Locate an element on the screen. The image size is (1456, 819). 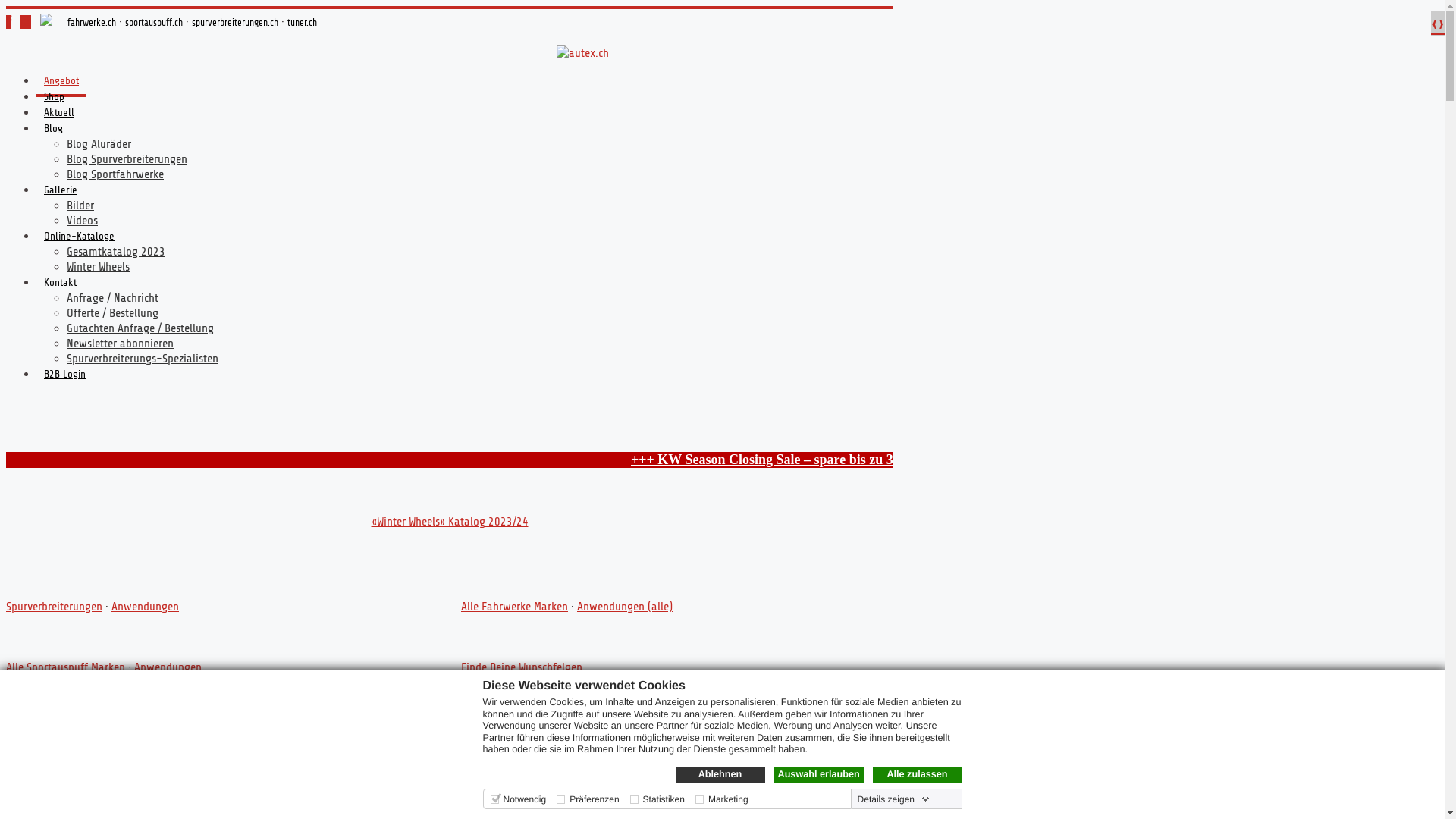
'Alle Fahrwerke Marken' is located at coordinates (514, 605).